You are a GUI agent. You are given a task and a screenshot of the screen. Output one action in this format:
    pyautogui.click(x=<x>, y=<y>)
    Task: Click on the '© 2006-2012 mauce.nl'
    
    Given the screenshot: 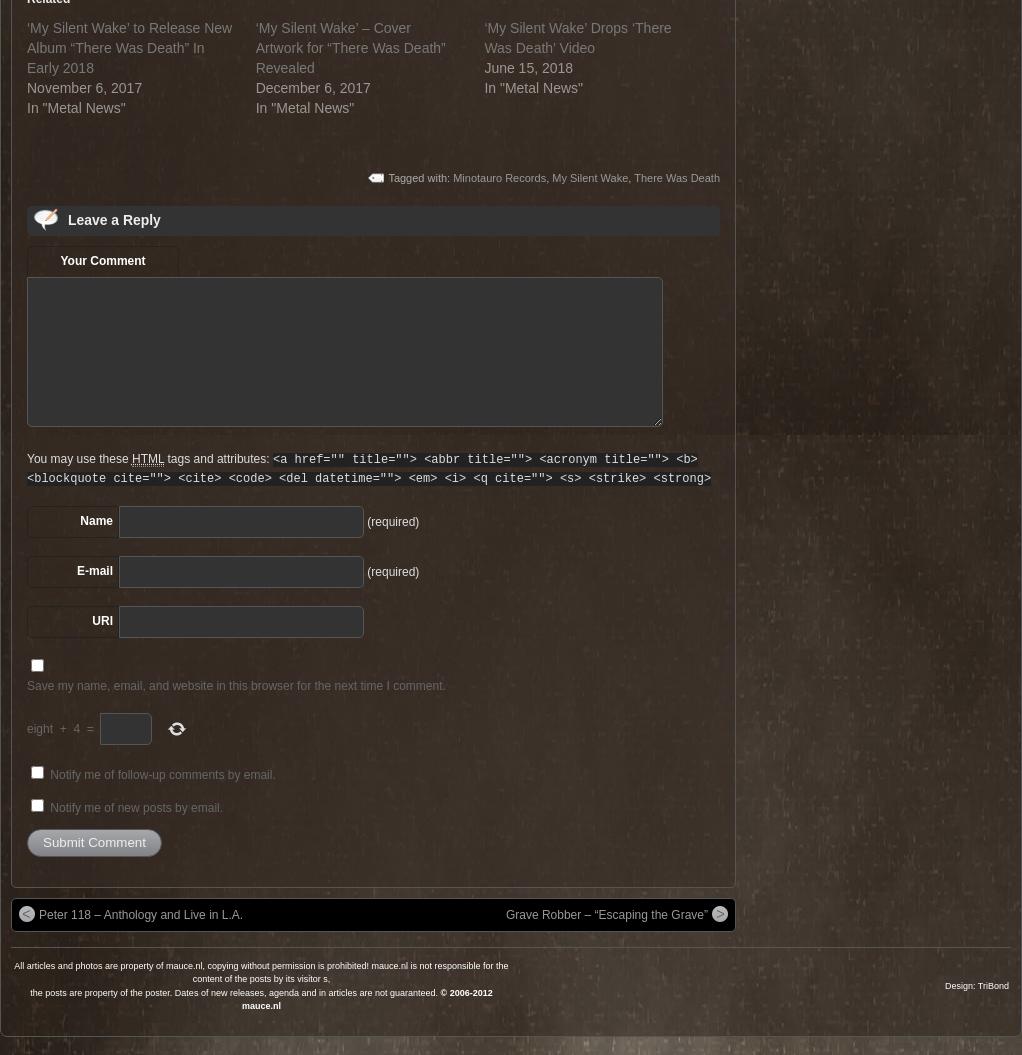 What is the action you would take?
    pyautogui.click(x=365, y=997)
    